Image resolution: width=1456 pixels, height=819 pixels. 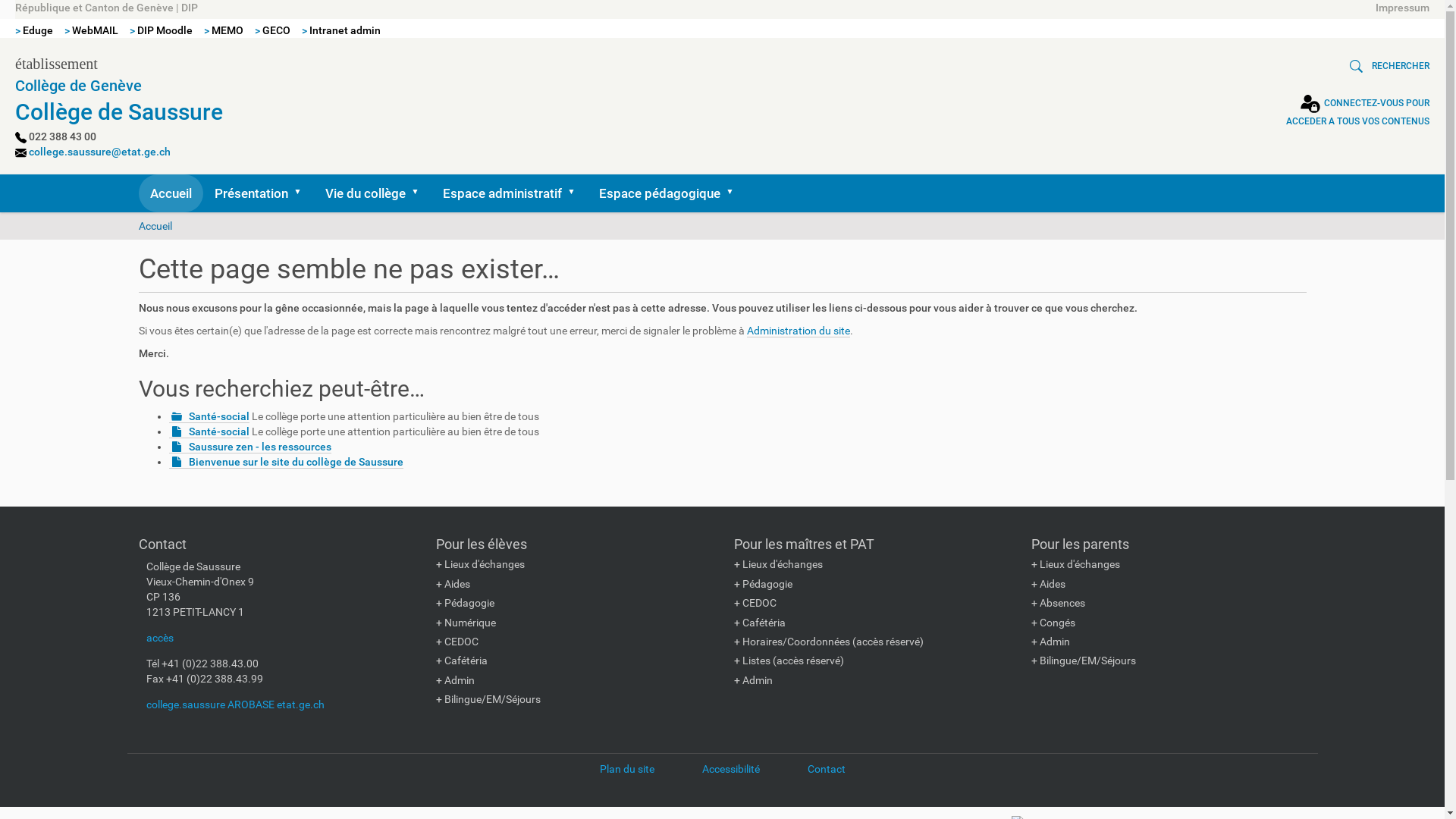 What do you see at coordinates (1376, 8) in the screenshot?
I see `'Impressum'` at bounding box center [1376, 8].